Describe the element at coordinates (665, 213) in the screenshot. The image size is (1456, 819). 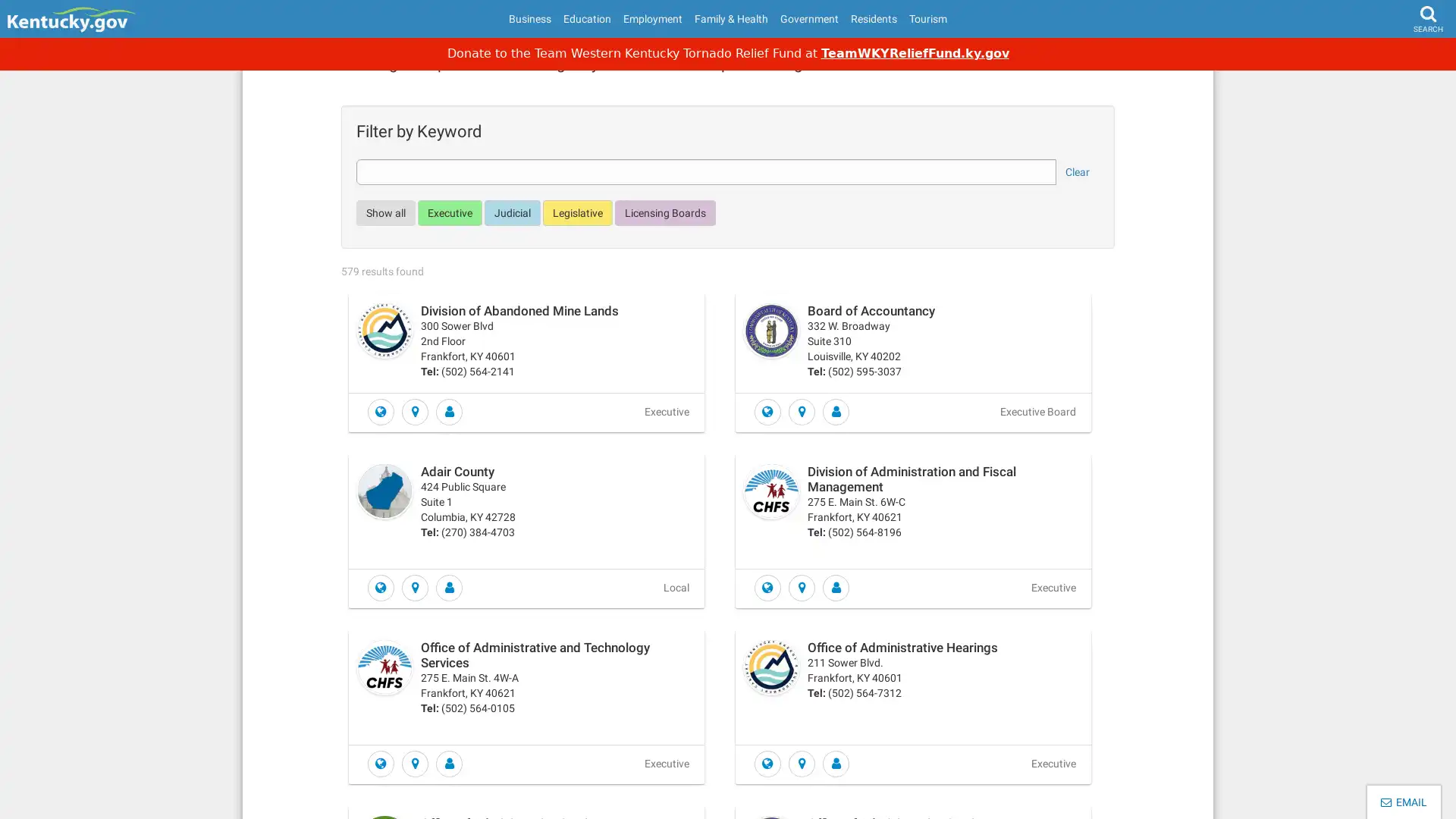
I see `Licensing Boards` at that location.